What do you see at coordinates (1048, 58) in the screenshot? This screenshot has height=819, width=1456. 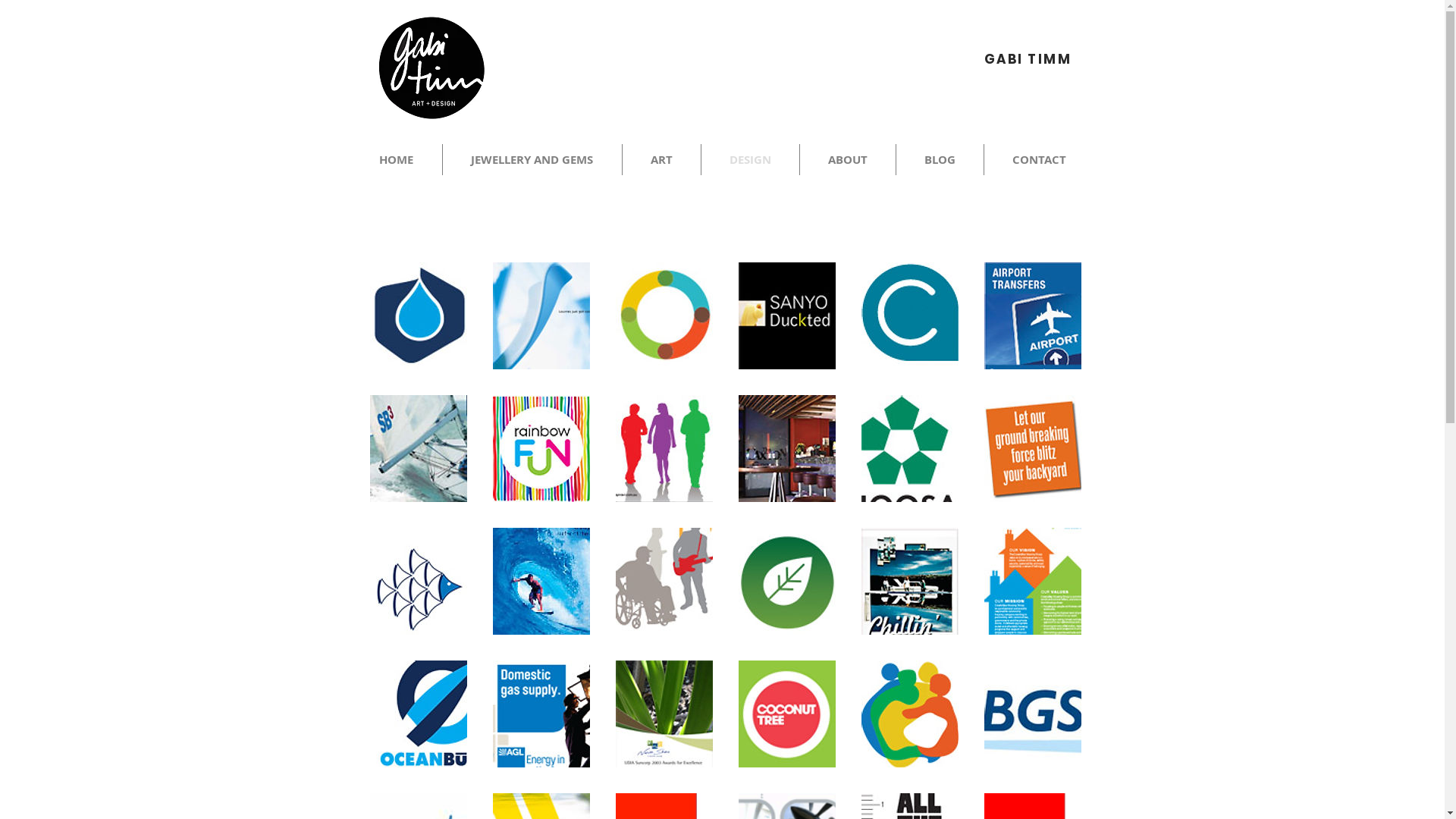 I see `'TIMM'` at bounding box center [1048, 58].